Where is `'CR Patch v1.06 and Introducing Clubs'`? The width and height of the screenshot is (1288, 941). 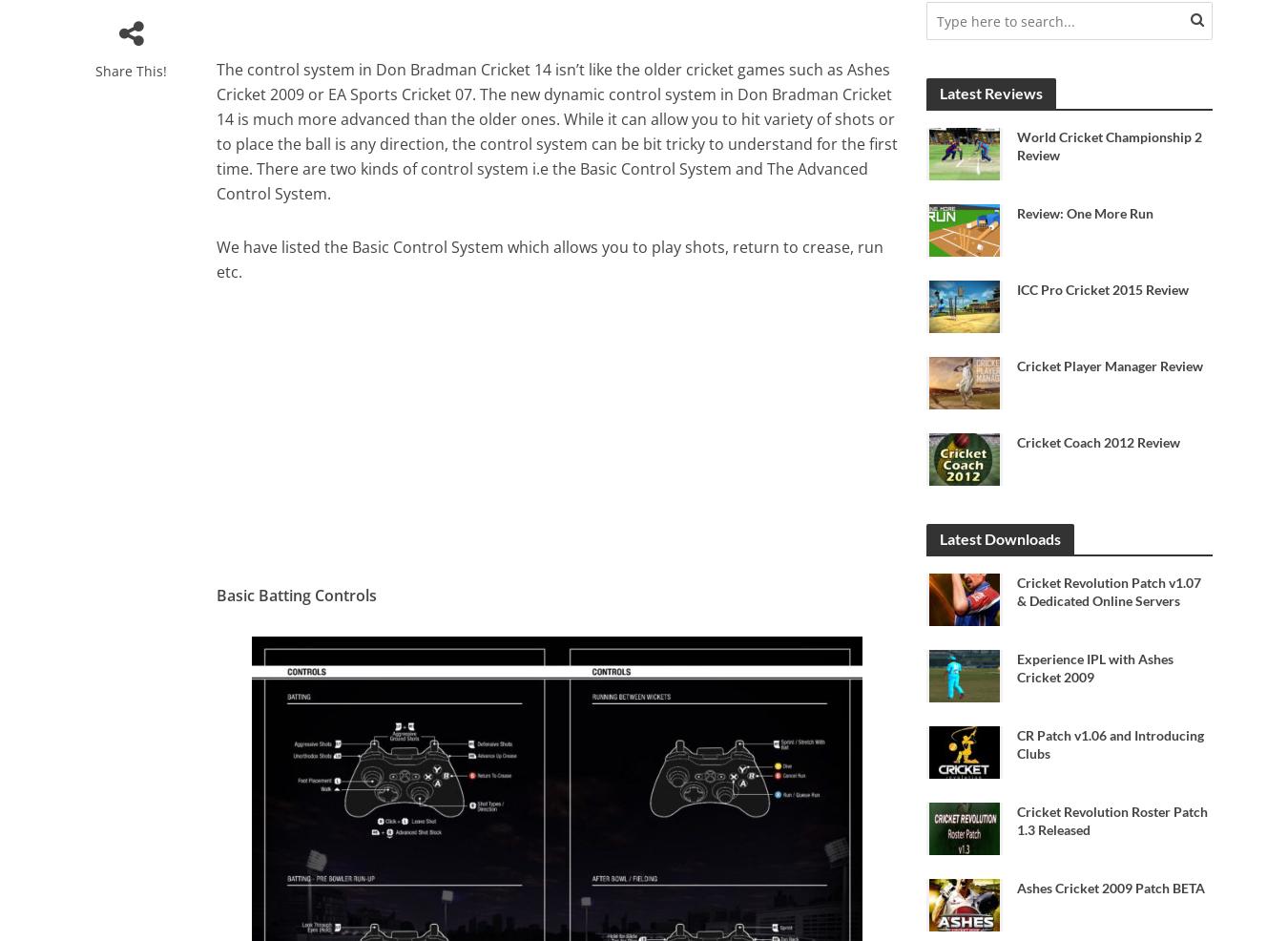
'CR Patch v1.06 and Introducing Clubs' is located at coordinates (1109, 744).